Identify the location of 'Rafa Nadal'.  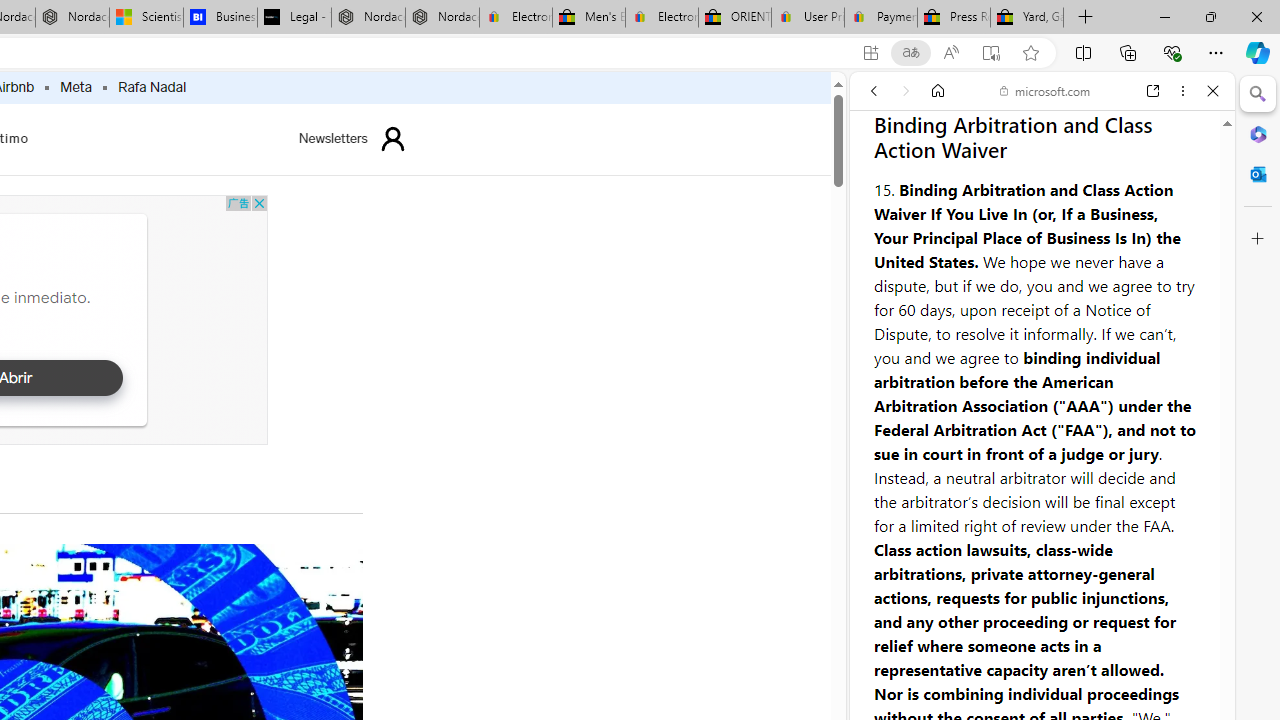
(151, 87).